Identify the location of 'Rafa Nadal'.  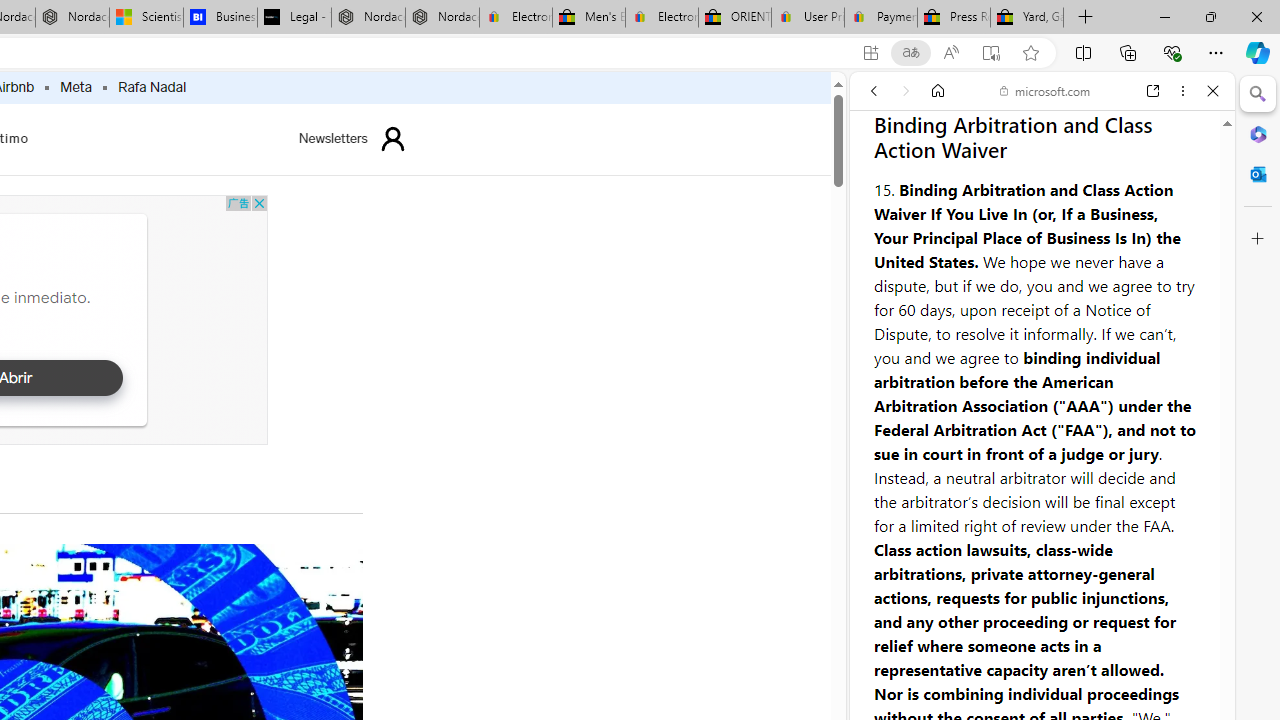
(151, 87).